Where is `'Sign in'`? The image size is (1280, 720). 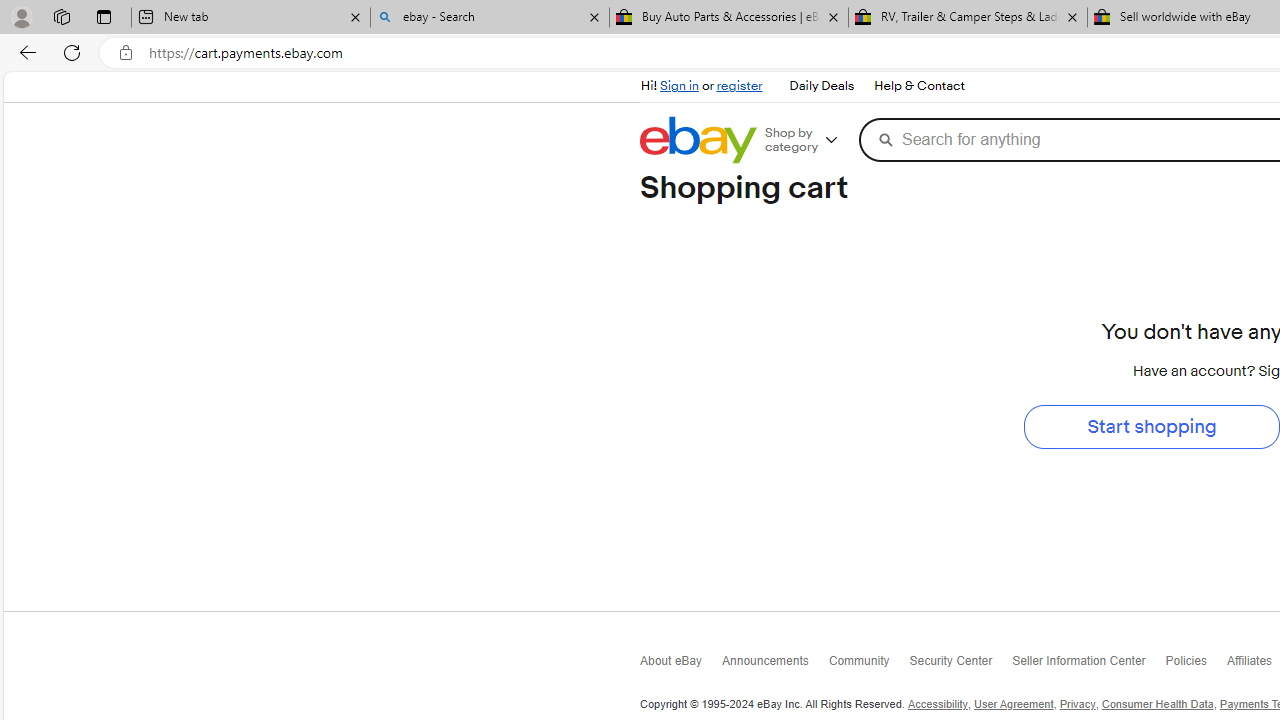
'Sign in' is located at coordinates (679, 85).